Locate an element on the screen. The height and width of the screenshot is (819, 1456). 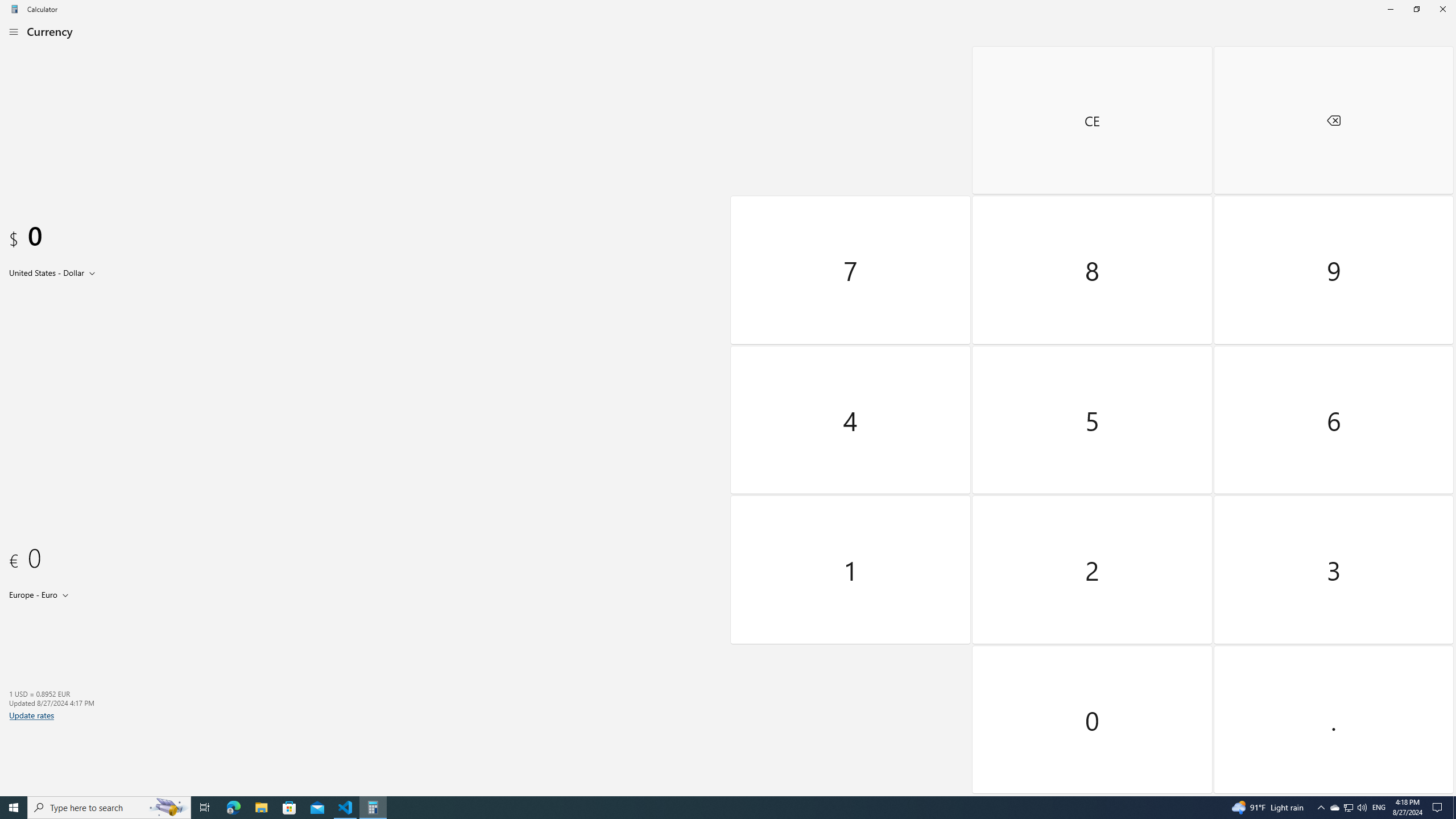
'Minimize Calculator' is located at coordinates (1389, 9).